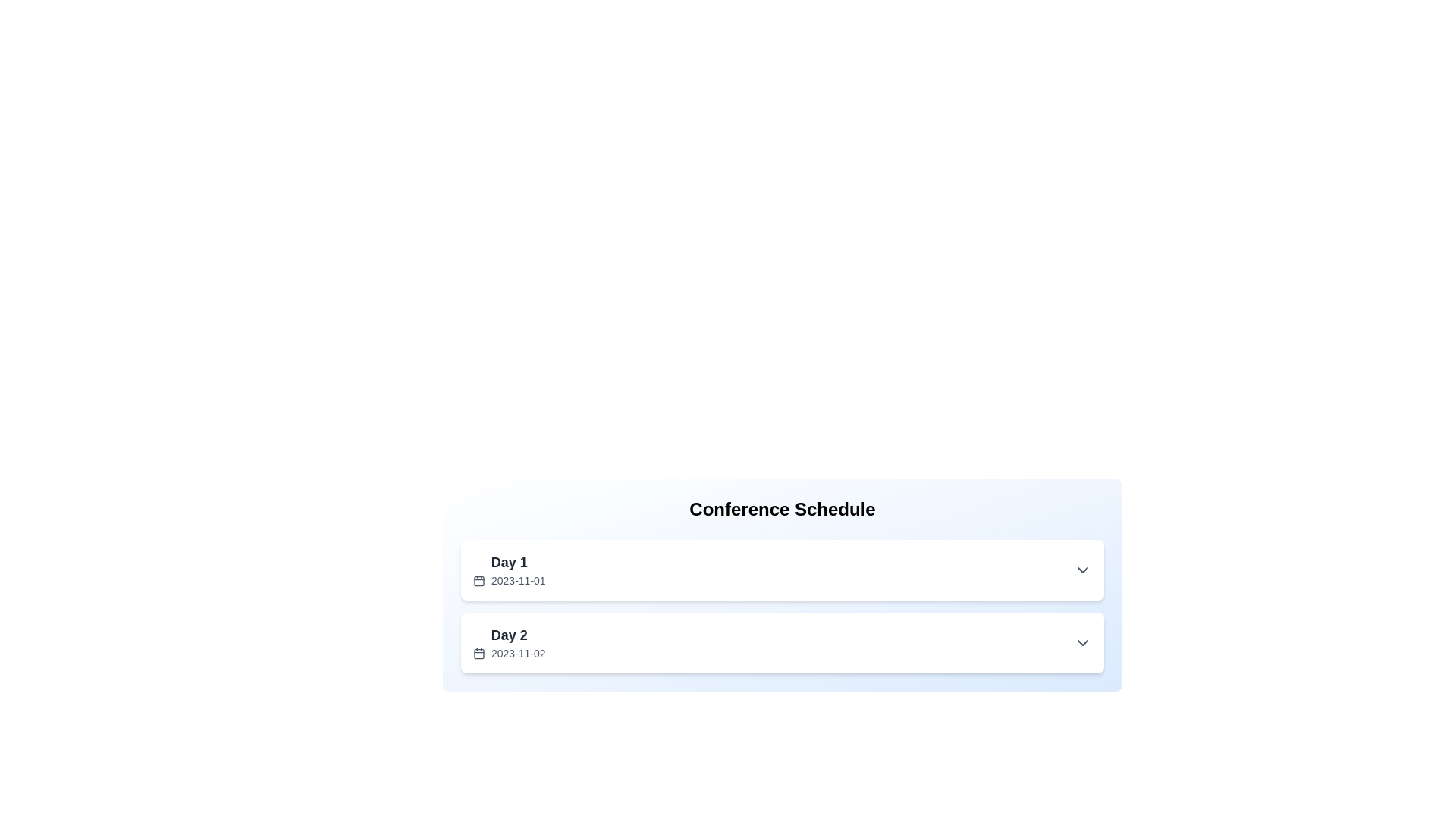 The image size is (1456, 819). What do you see at coordinates (509, 635) in the screenshot?
I see `text content of the header label for the conference day located below the 'Day 1' section in the 'Conference Schedule'` at bounding box center [509, 635].